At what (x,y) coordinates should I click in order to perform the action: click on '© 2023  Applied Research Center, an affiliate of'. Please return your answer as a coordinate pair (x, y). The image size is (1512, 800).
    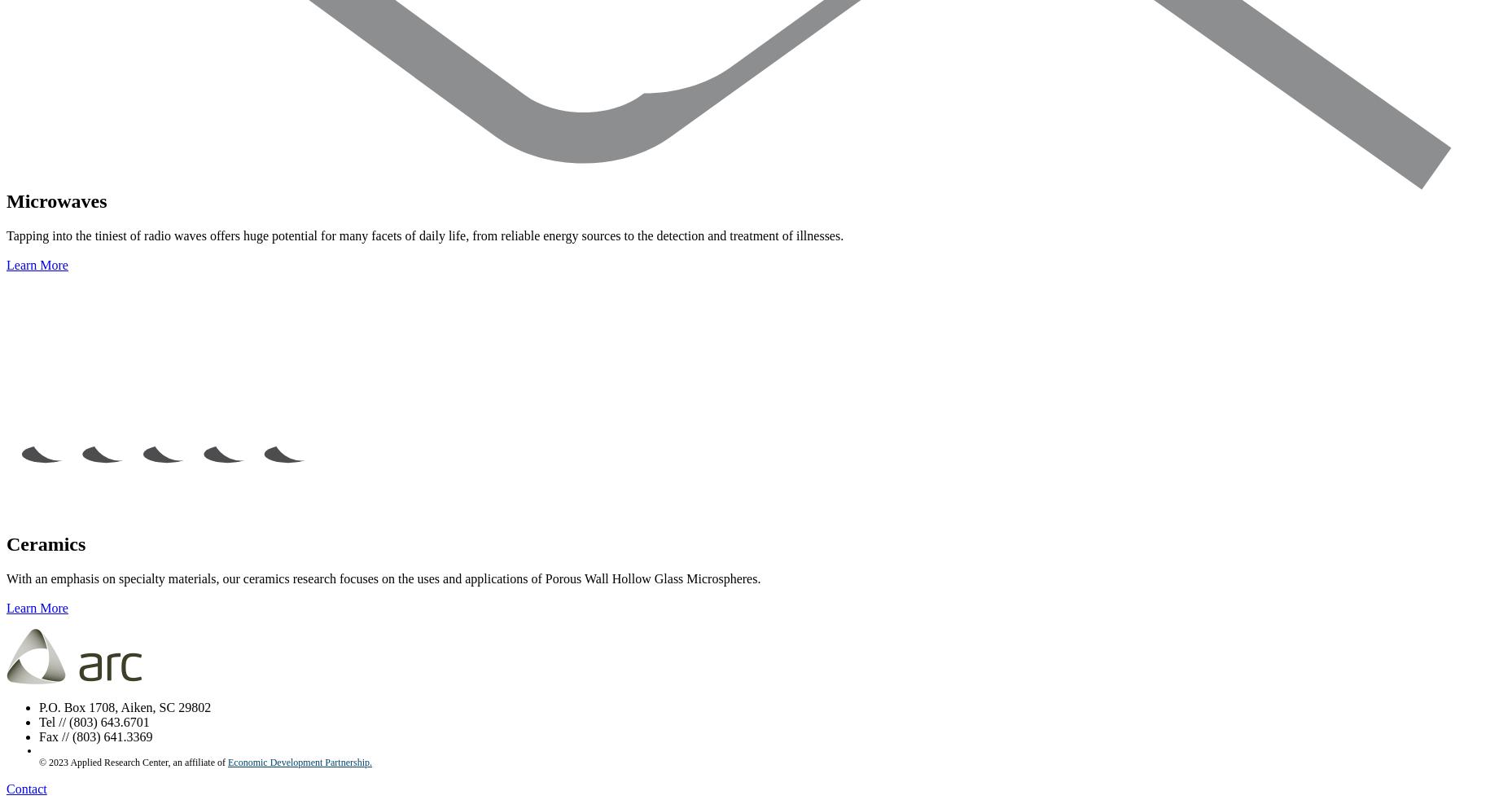
    Looking at the image, I should click on (133, 761).